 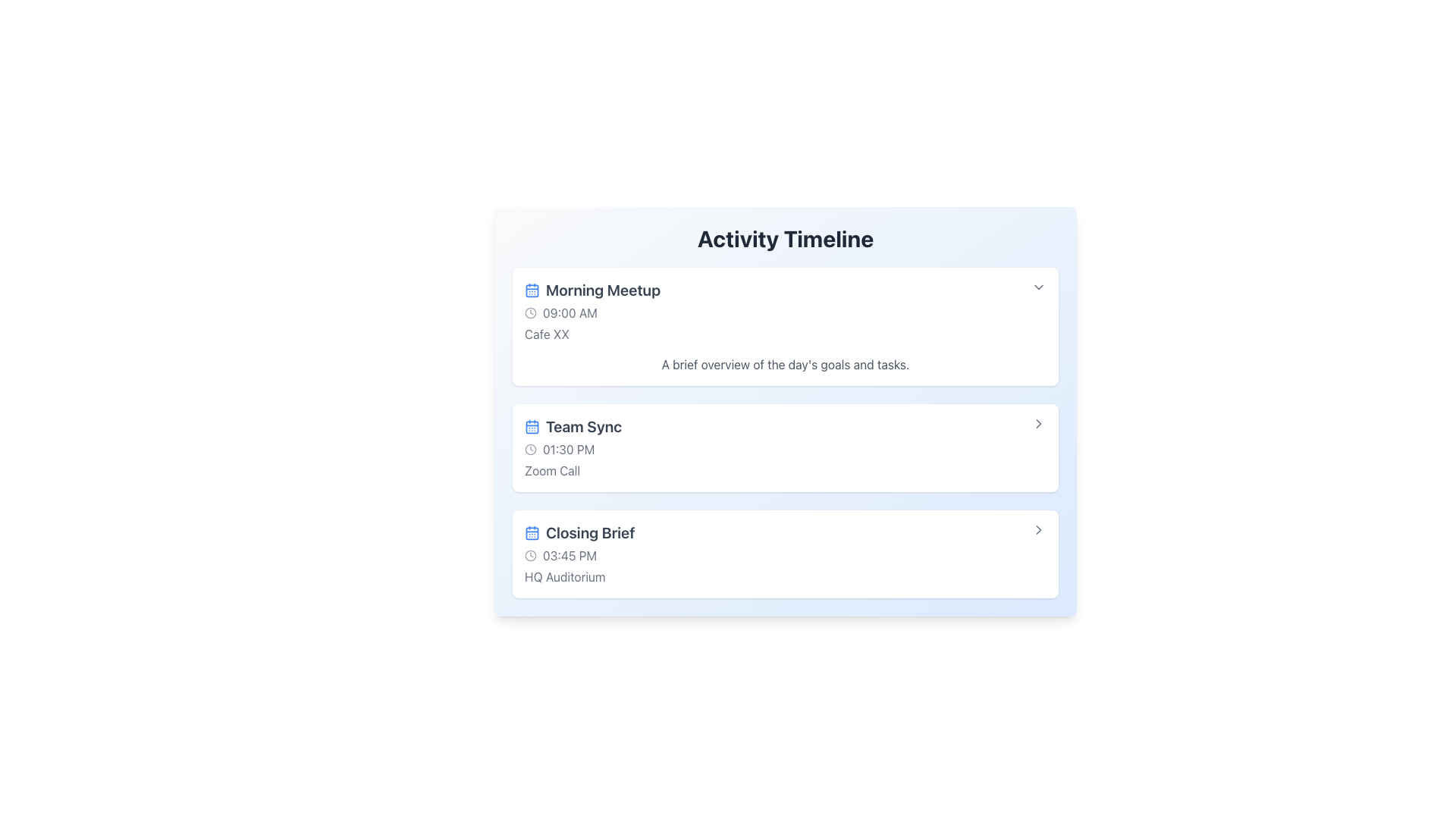 What do you see at coordinates (786, 326) in the screenshot?
I see `the first activity card in the 'Activity Timeline' stack, which provides details about a scheduled activity including name, time, location, and agenda description` at bounding box center [786, 326].